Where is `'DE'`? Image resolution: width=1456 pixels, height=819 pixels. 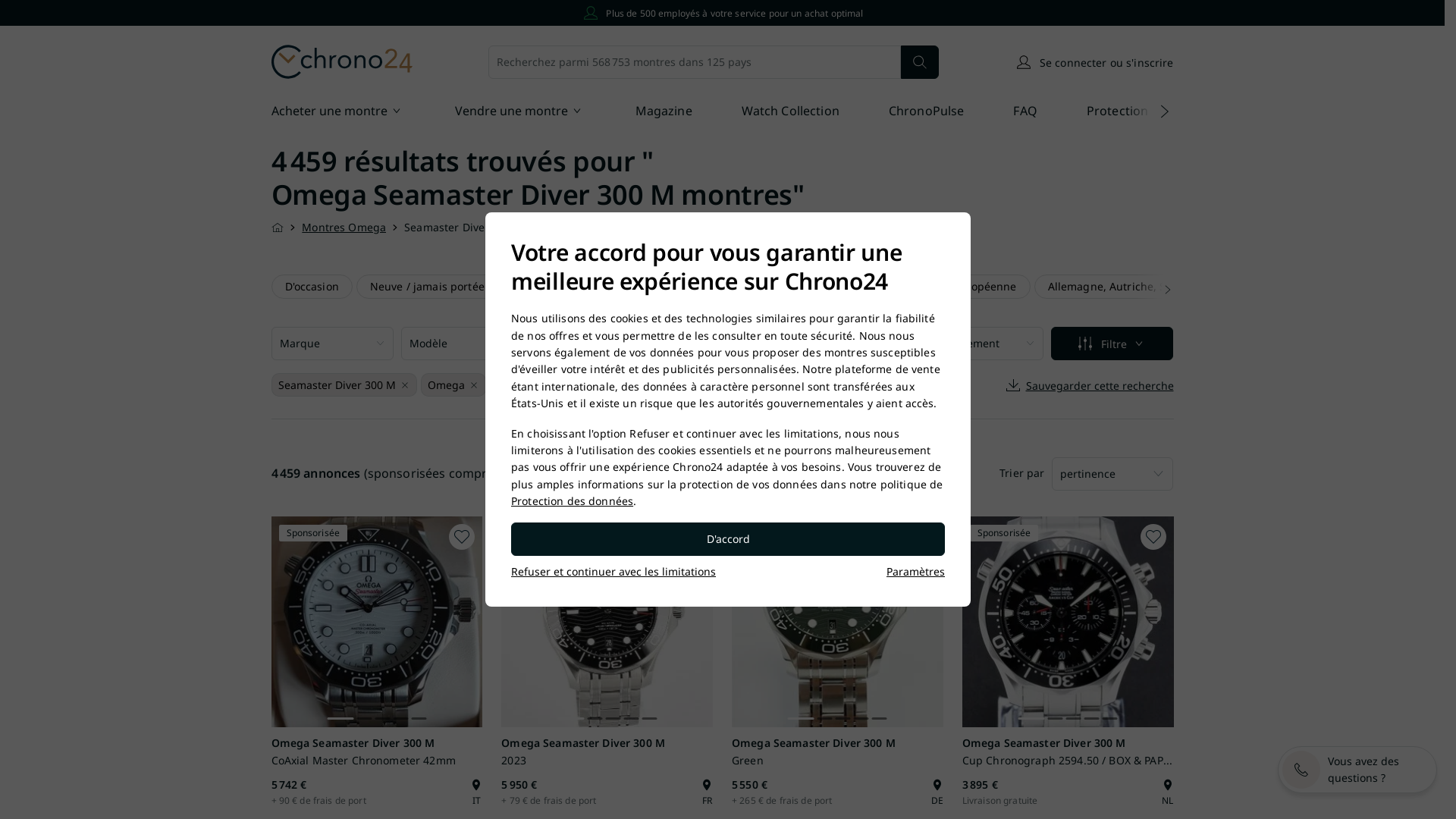
'DE' is located at coordinates (930, 791).